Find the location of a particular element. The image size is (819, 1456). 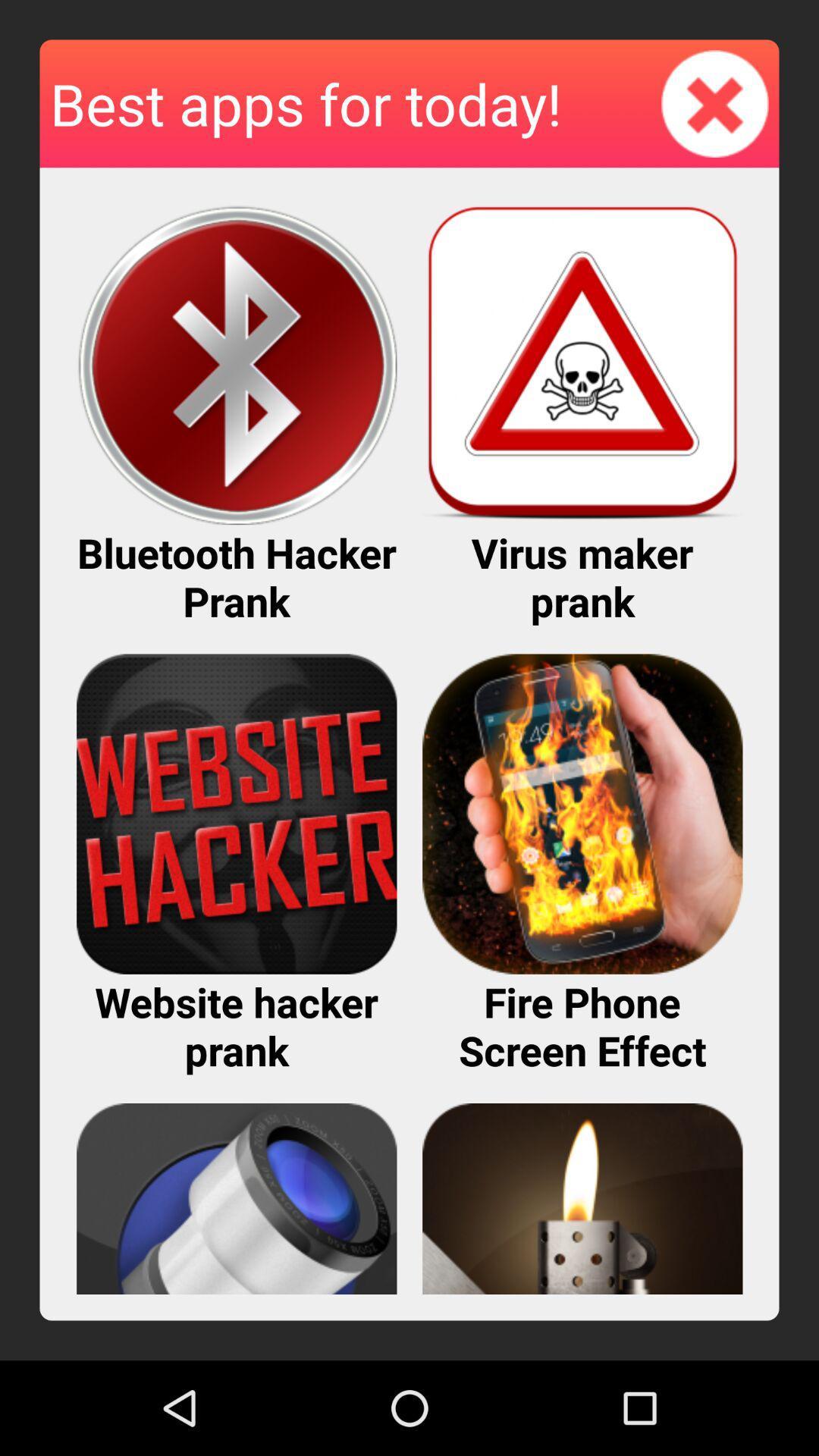

item to the right of best apps for icon is located at coordinates (715, 102).